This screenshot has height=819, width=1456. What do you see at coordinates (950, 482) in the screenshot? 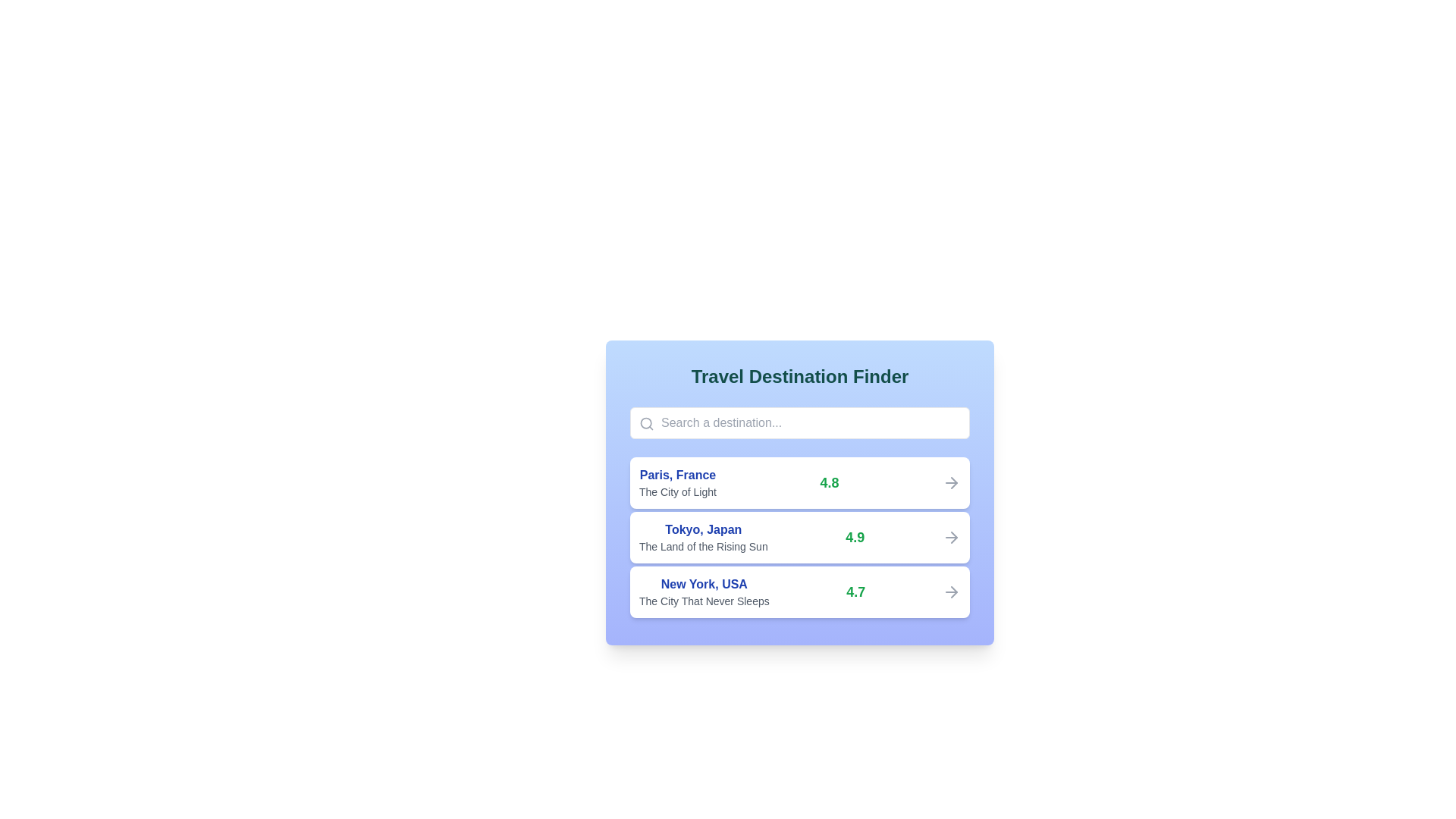
I see `the navigation icon for 'Paris, France'` at bounding box center [950, 482].